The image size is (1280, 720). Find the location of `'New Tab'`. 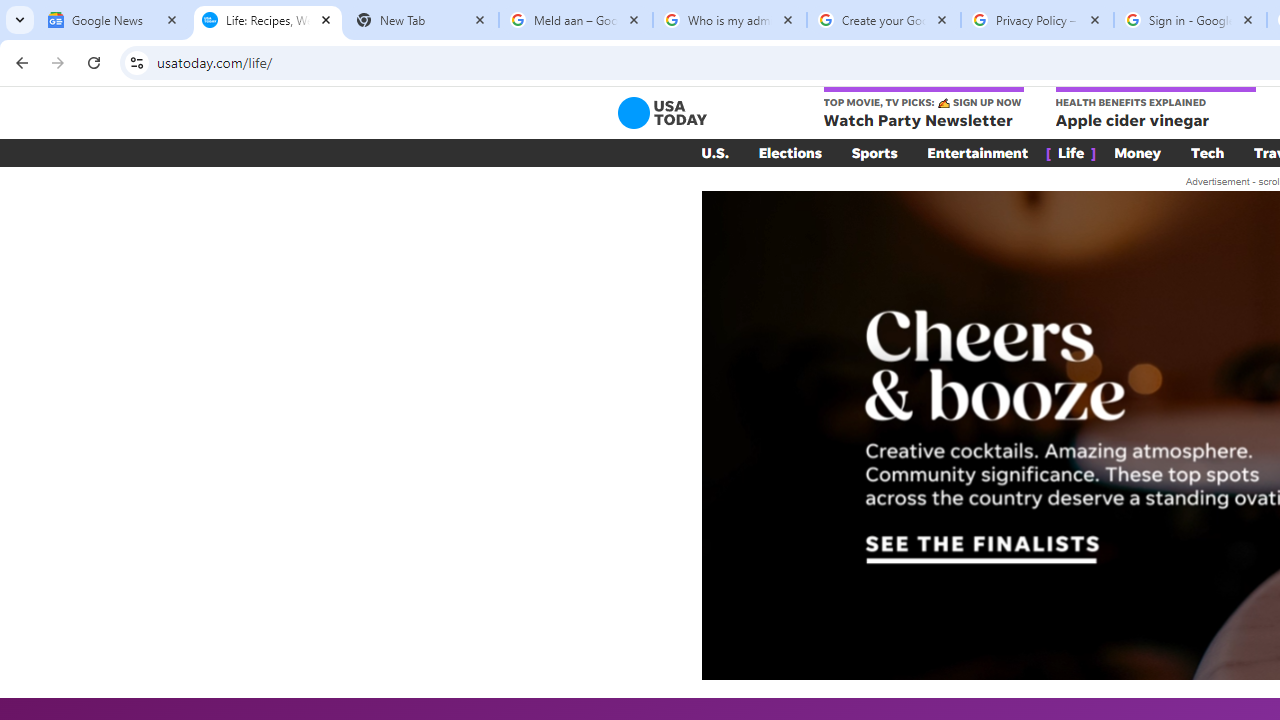

'New Tab' is located at coordinates (420, 20).